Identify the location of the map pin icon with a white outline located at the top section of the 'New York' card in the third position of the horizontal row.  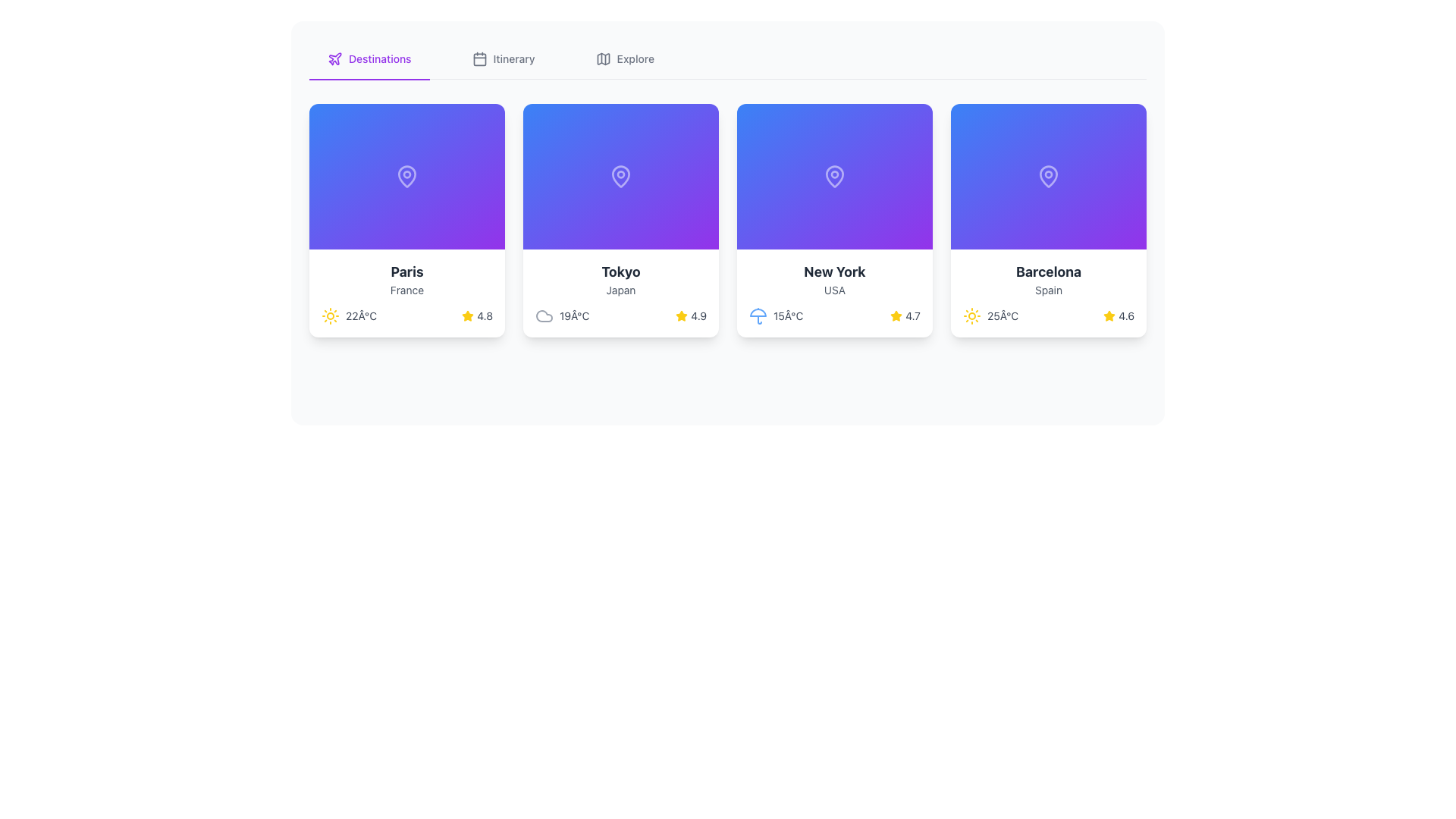
(833, 175).